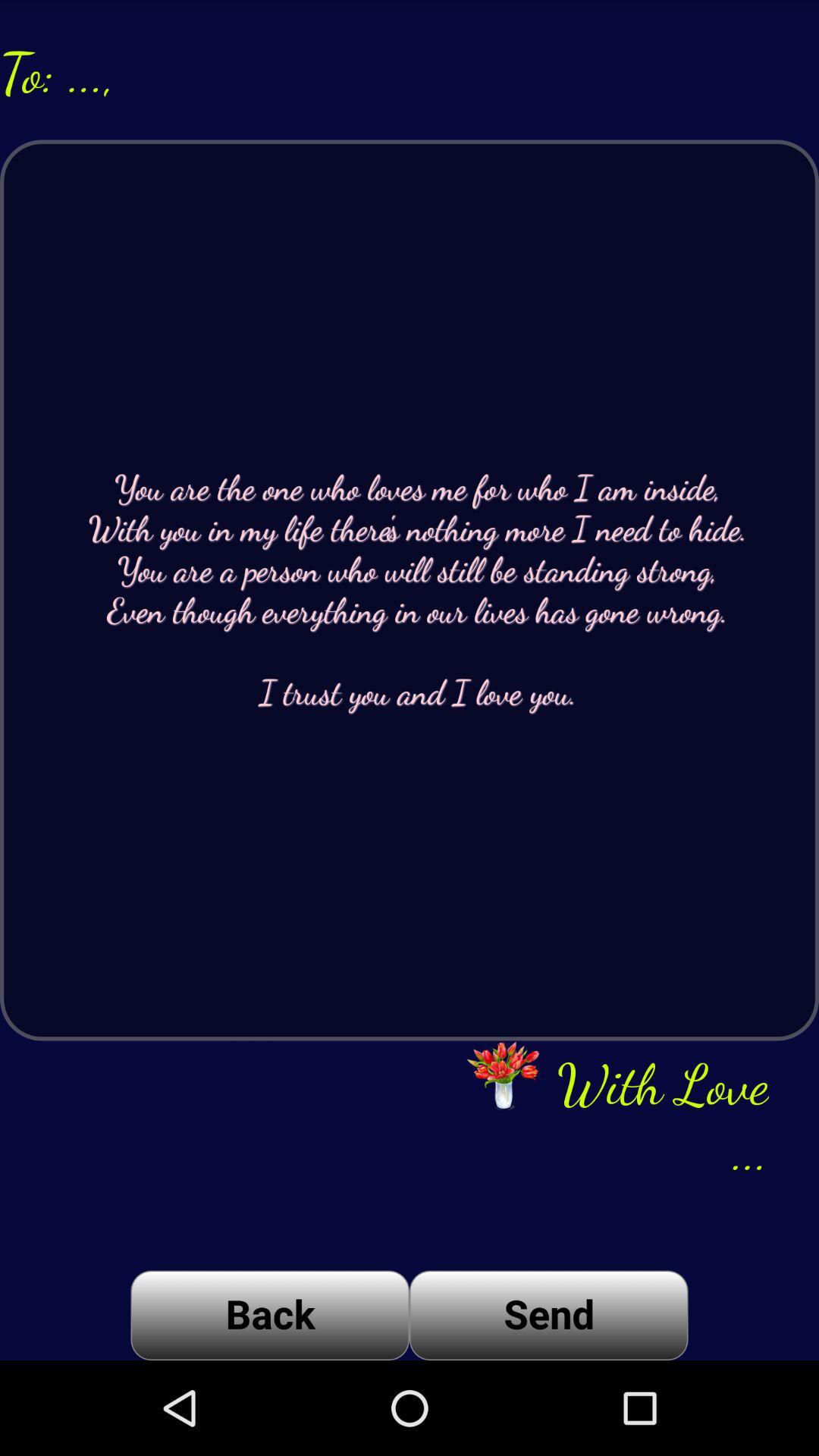 Image resolution: width=819 pixels, height=1456 pixels. Describe the element at coordinates (548, 1314) in the screenshot. I see `the send` at that location.